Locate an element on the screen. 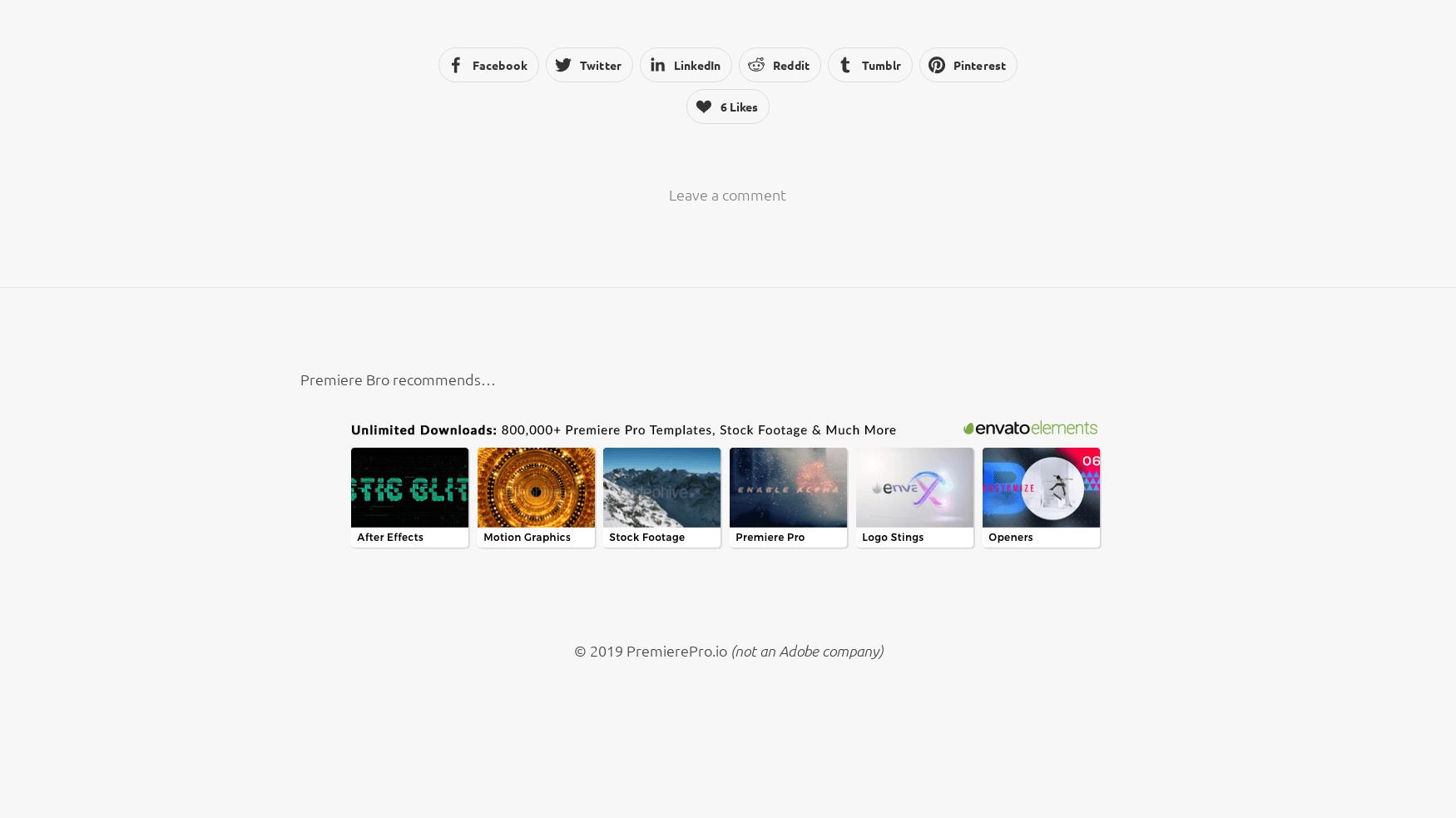  'LinkedIn' is located at coordinates (697, 63).